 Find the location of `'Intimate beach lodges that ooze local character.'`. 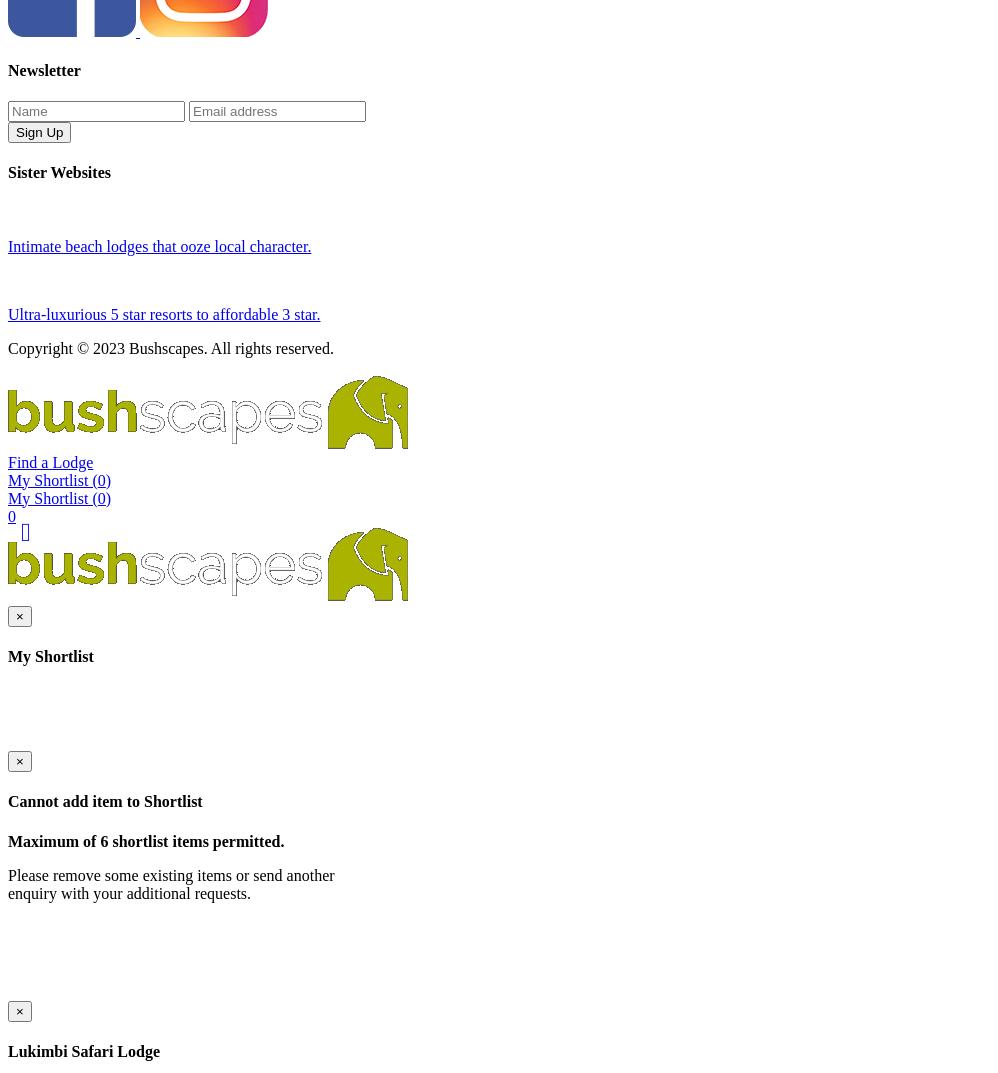

'Intimate beach lodges that ooze local character.' is located at coordinates (158, 313).